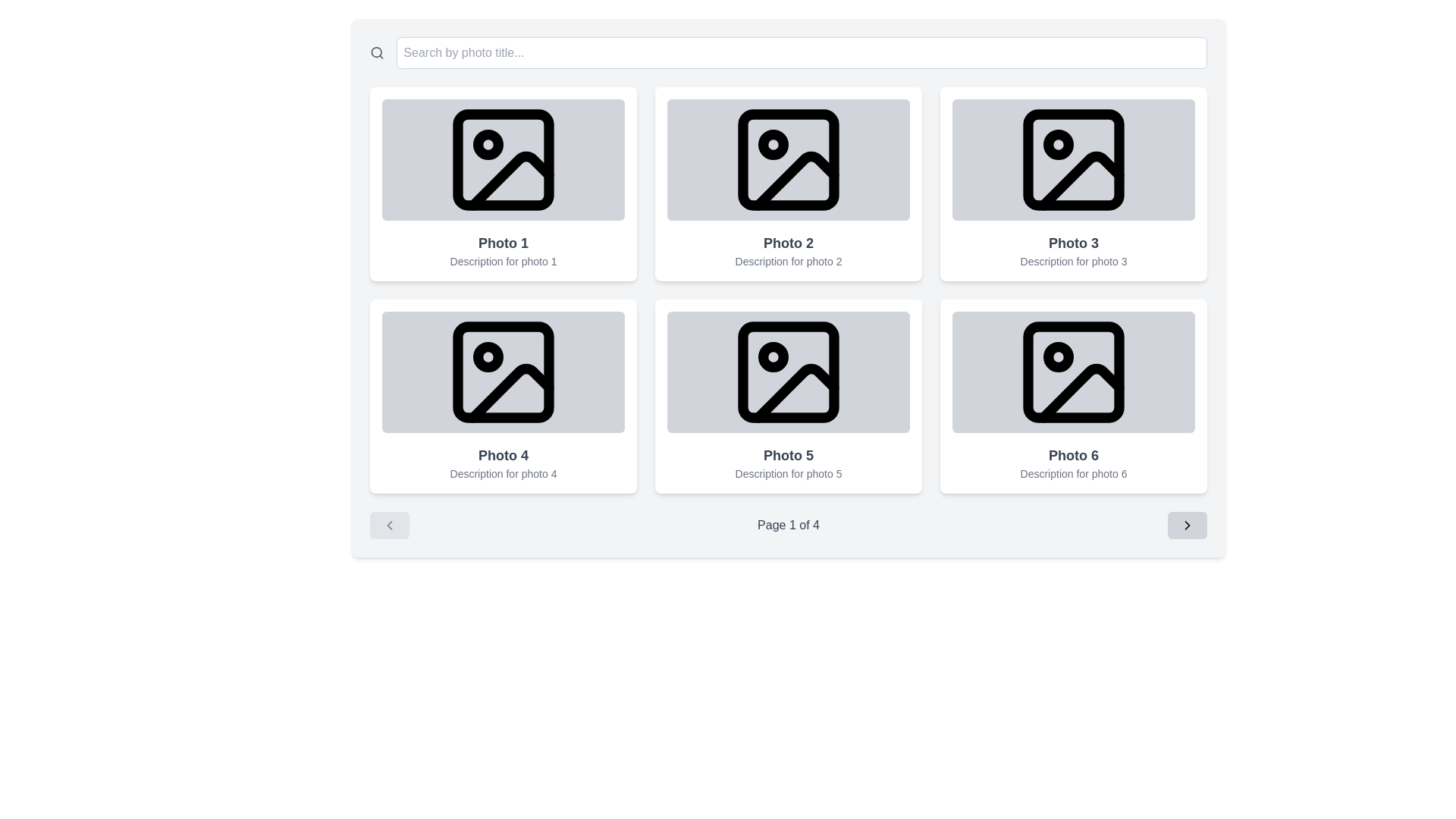 The width and height of the screenshot is (1456, 819). I want to click on the text label providing a description for 'Photo 4', located in the second row, first column of the grid layout, directly below the heading 'Photo 4', so click(503, 472).